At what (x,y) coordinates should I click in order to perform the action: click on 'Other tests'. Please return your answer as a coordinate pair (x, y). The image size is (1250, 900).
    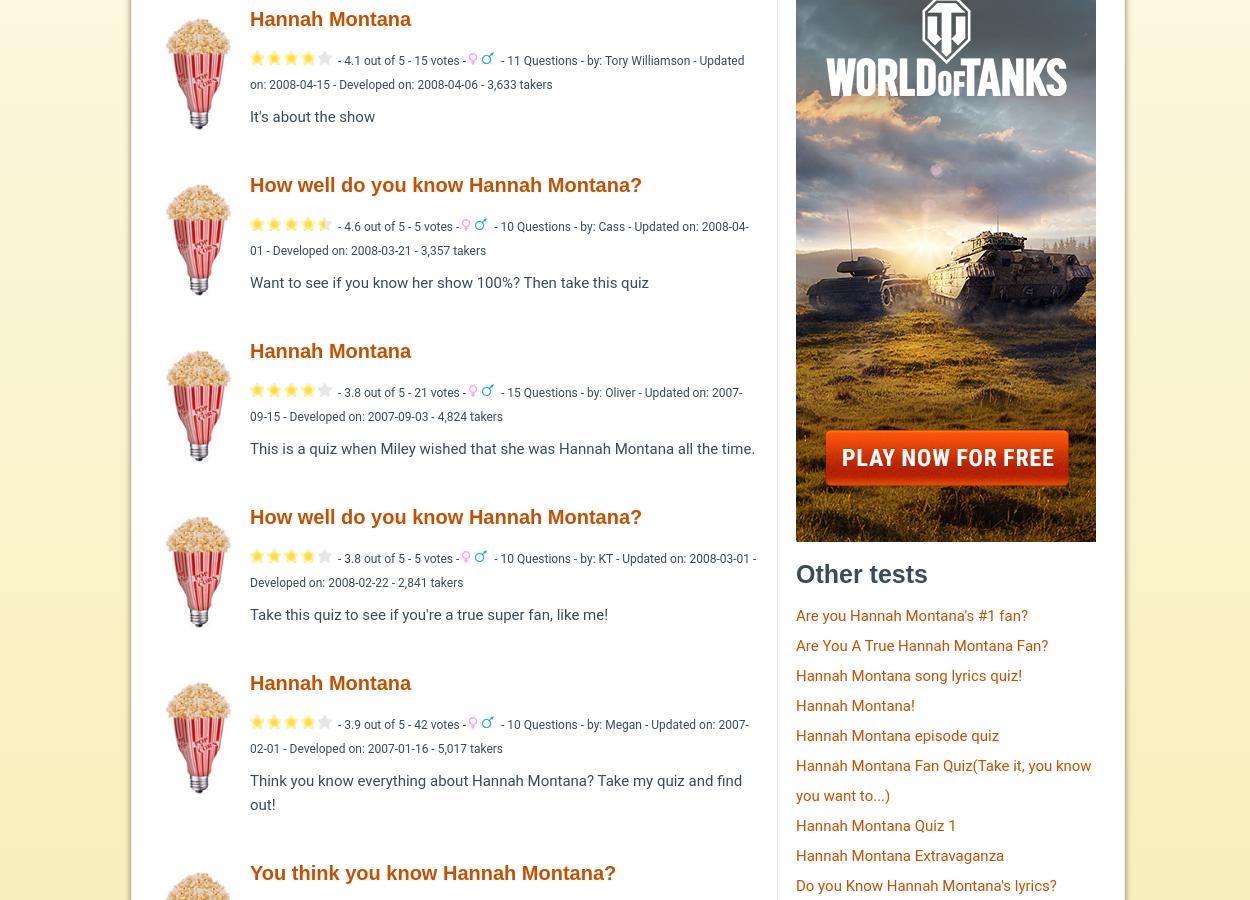
    Looking at the image, I should click on (796, 573).